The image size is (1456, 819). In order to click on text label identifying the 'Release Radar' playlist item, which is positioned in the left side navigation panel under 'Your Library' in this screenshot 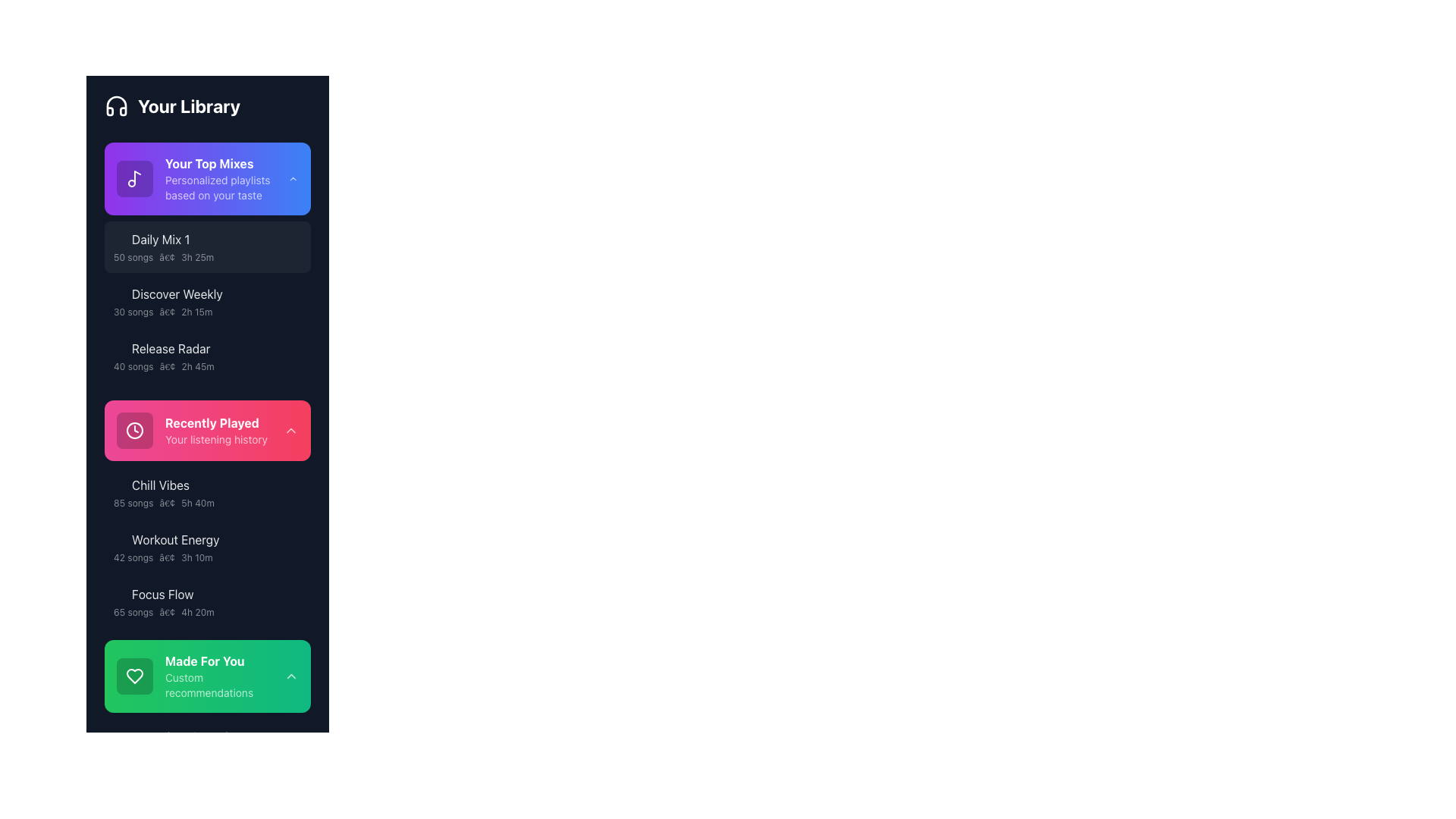, I will do `click(171, 348)`.